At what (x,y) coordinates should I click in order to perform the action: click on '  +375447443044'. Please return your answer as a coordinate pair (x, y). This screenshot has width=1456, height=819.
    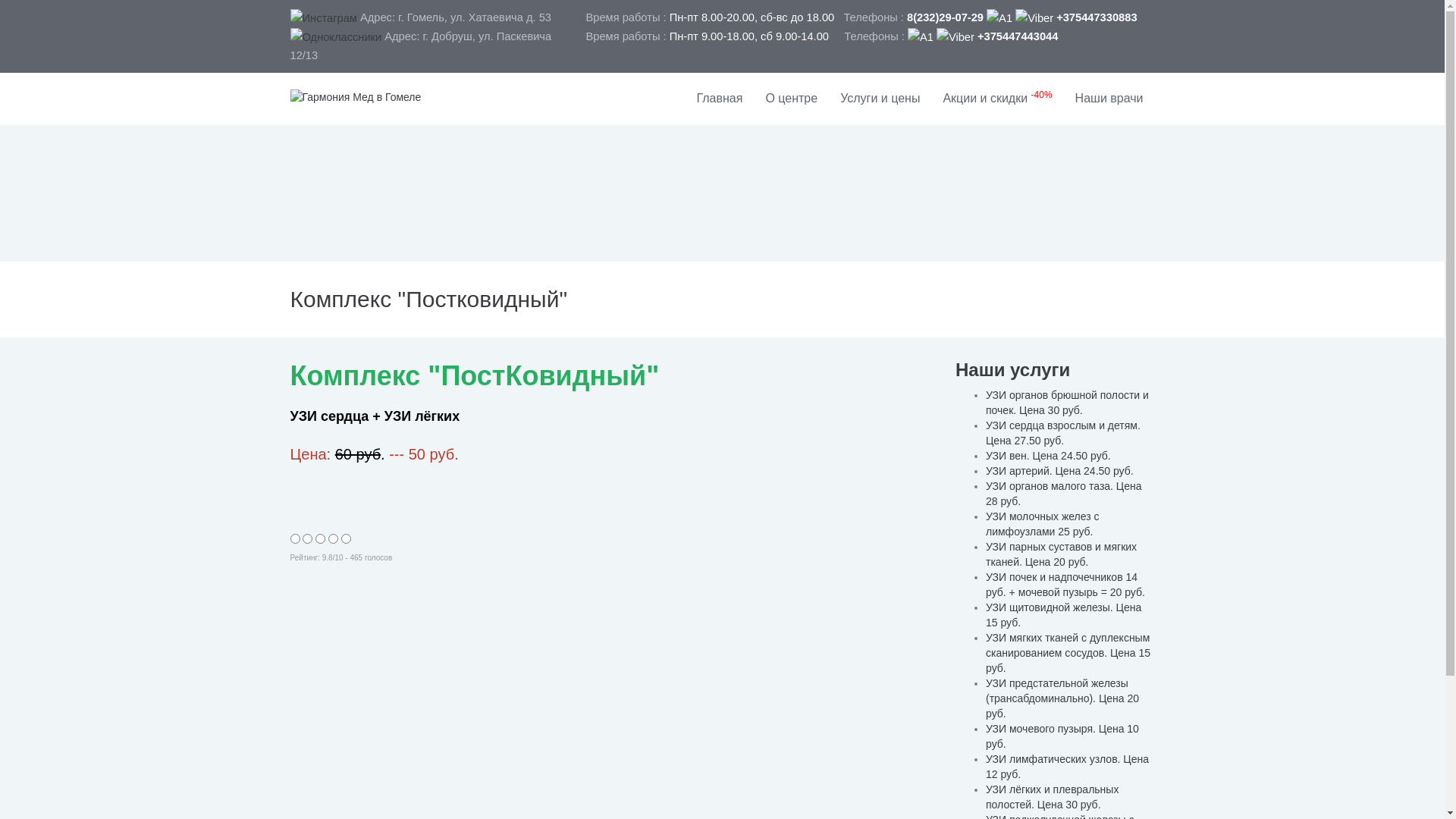
    Looking at the image, I should click on (983, 35).